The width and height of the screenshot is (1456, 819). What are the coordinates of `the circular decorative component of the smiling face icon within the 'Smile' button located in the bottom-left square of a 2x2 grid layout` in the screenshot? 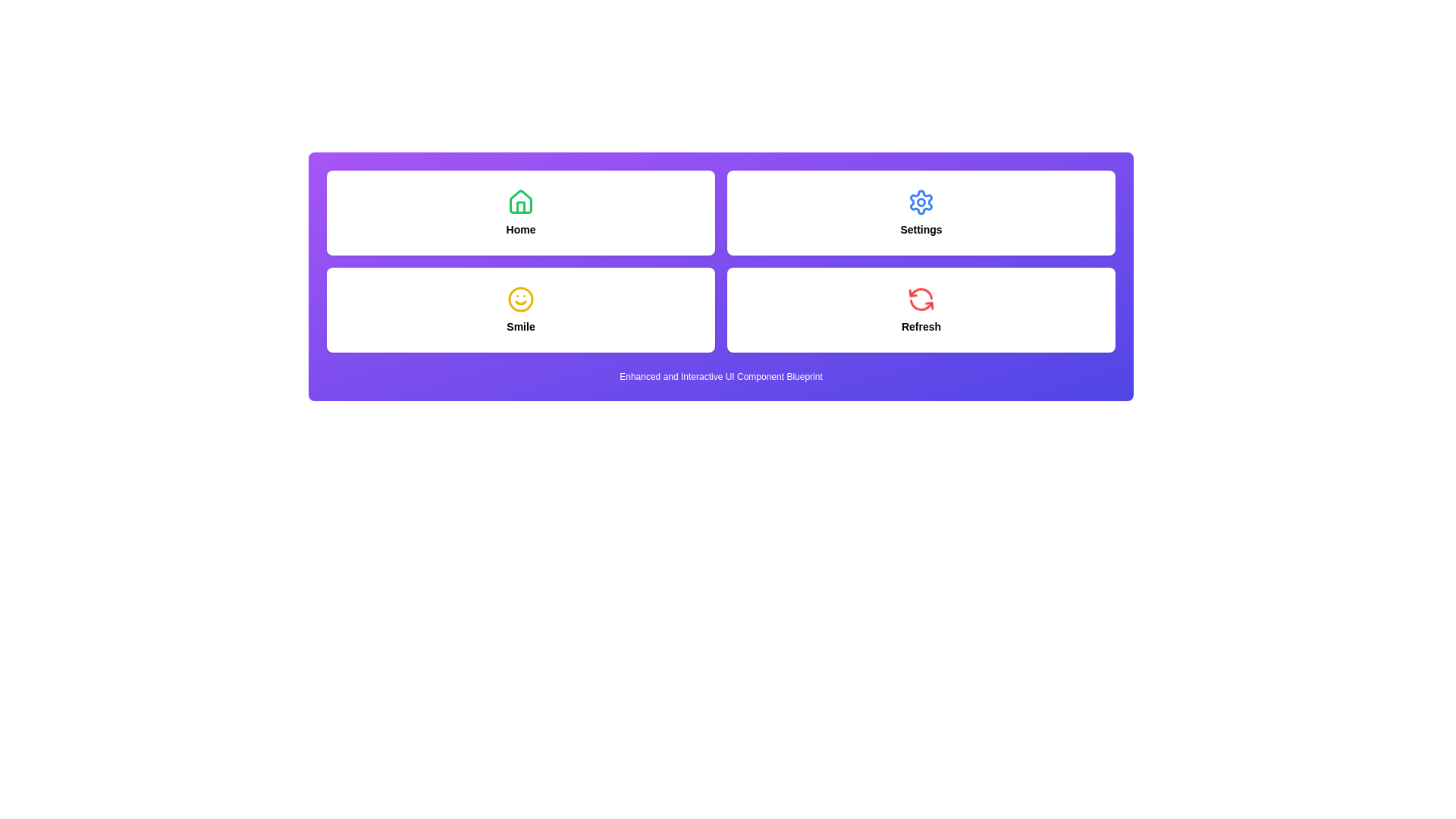 It's located at (520, 299).